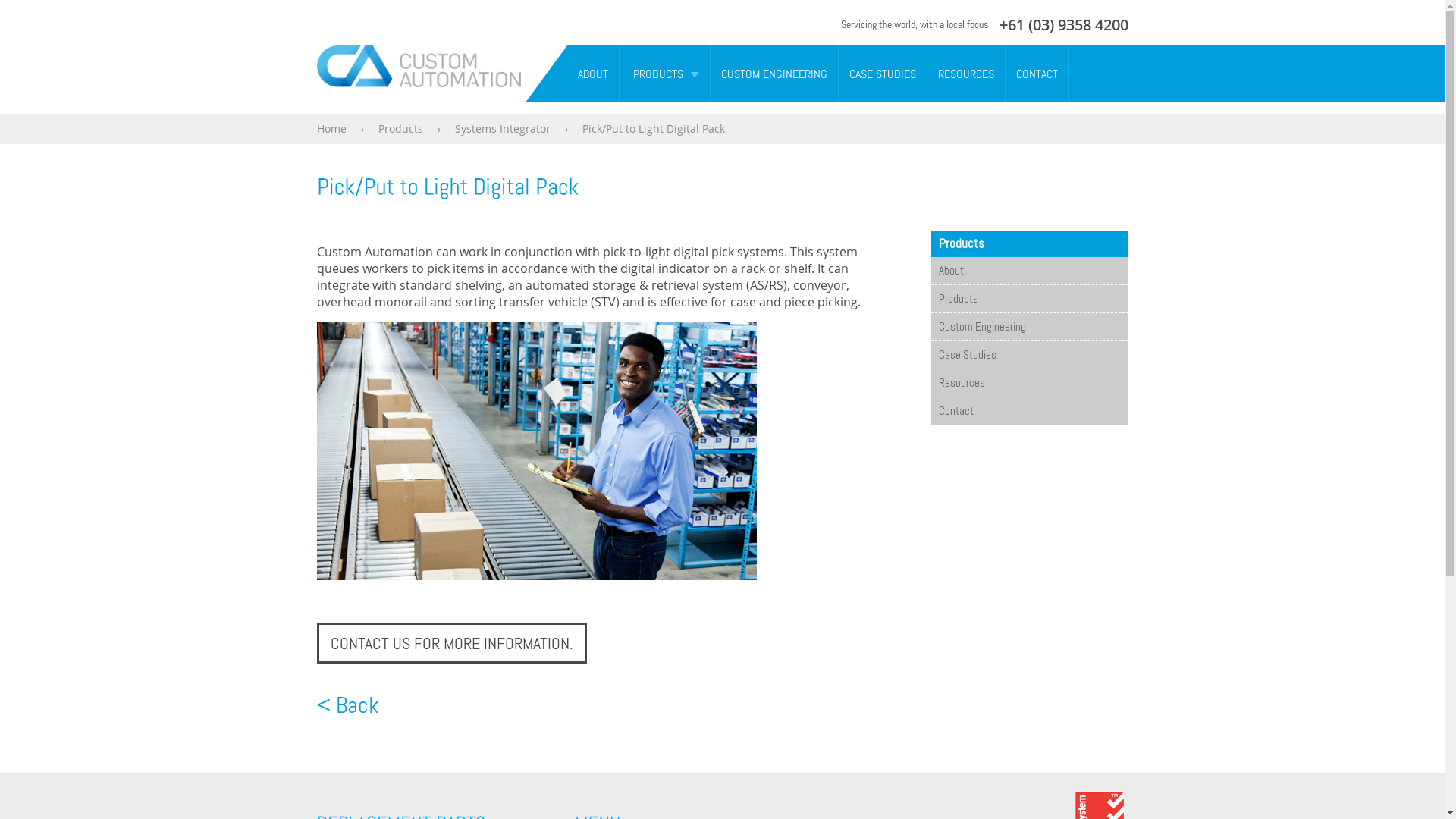  Describe the element at coordinates (773, 74) in the screenshot. I see `'CUSTOM ENGINEERING'` at that location.